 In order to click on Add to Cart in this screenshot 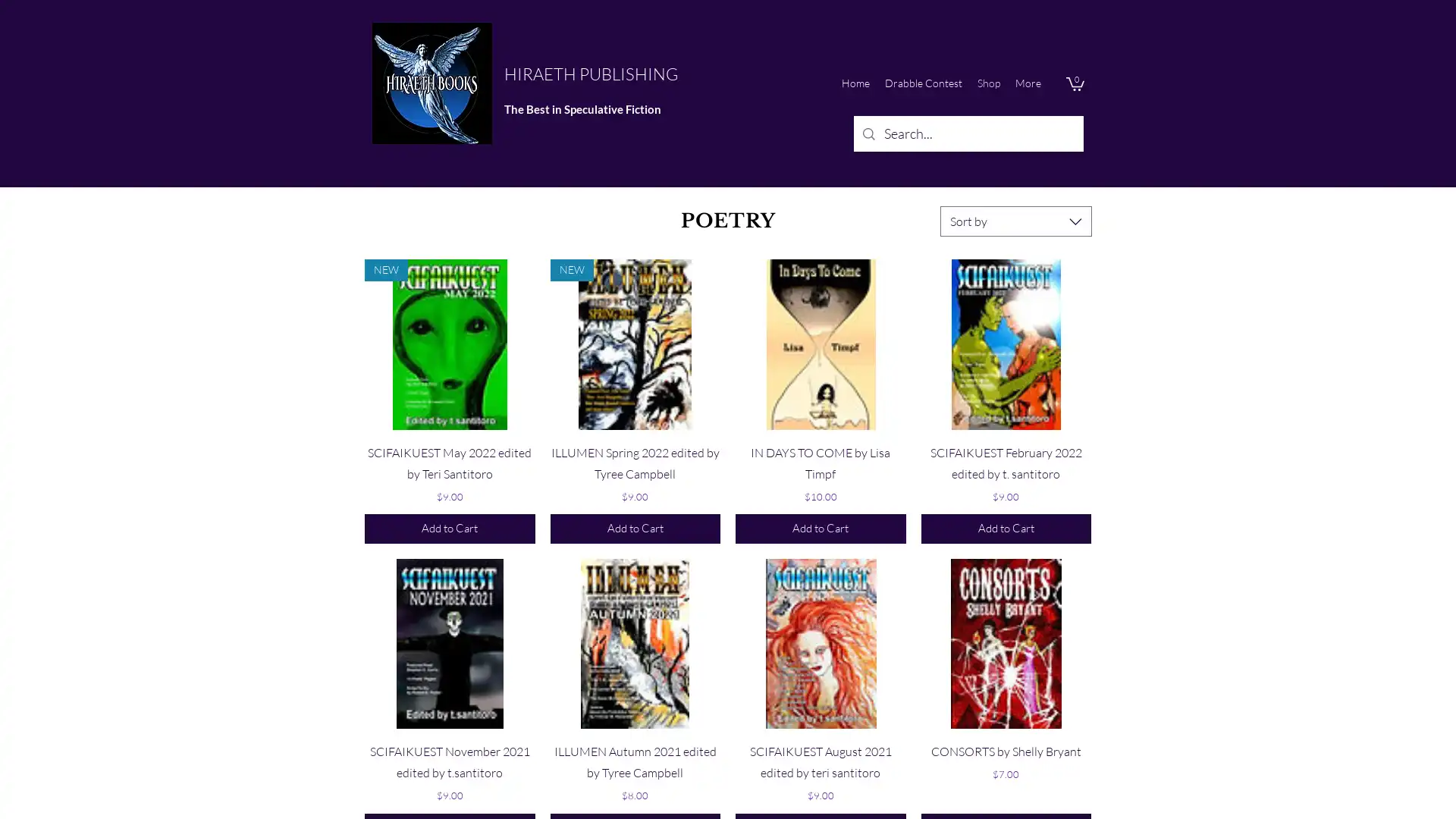, I will do `click(449, 528)`.